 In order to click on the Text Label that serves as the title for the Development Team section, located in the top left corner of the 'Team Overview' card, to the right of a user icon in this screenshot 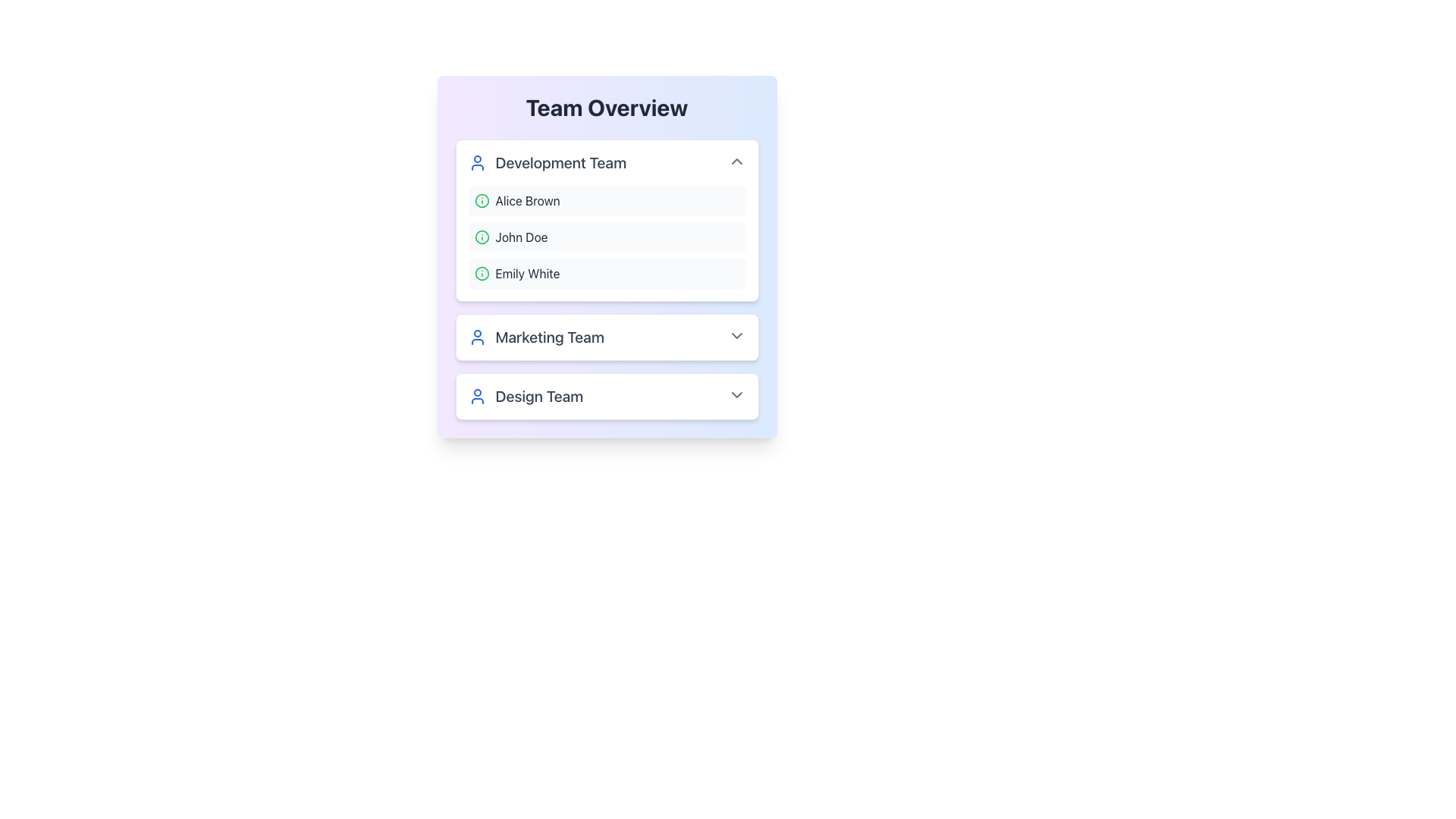, I will do `click(560, 163)`.